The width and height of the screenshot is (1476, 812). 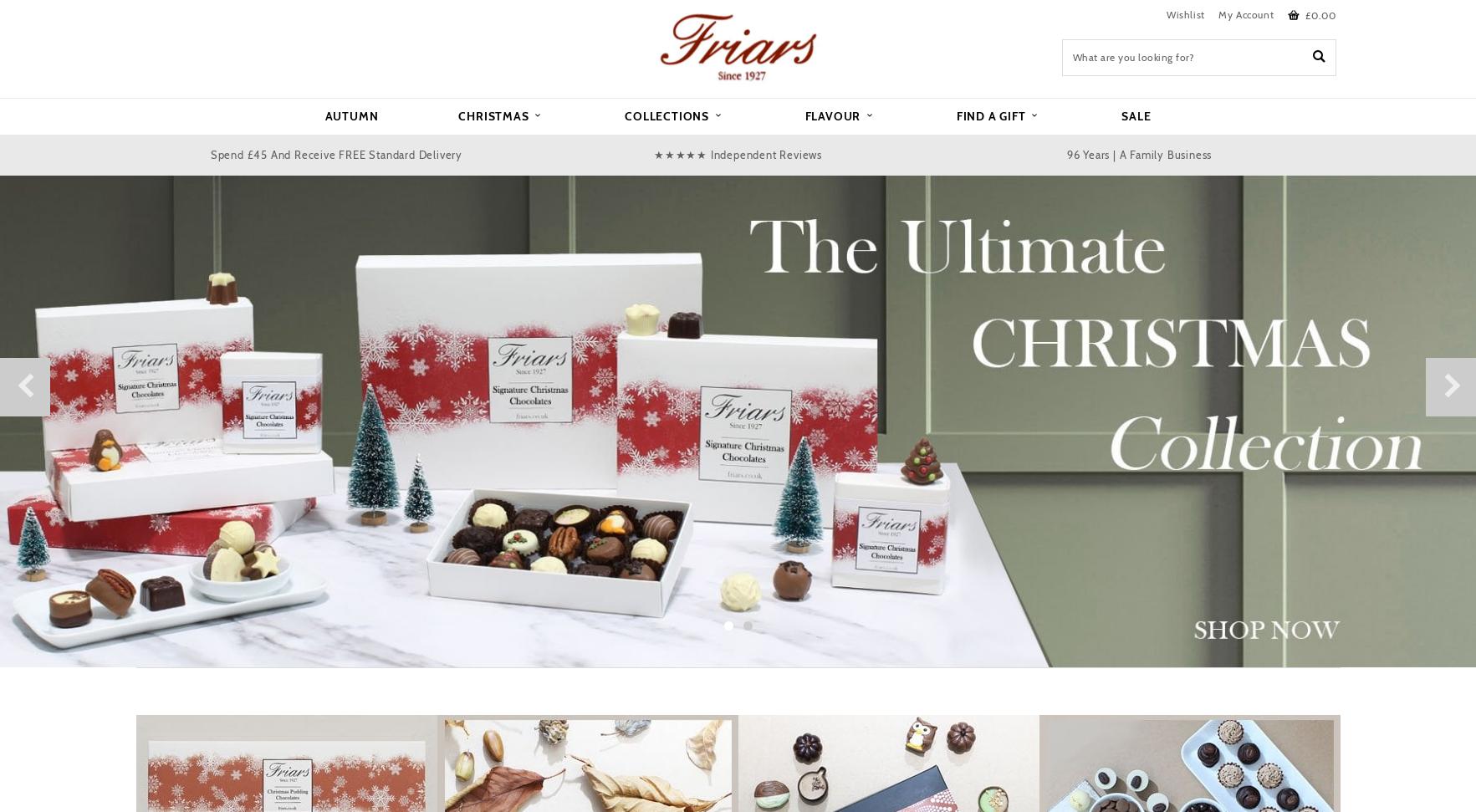 I want to click on 'Collections', so click(x=667, y=115).